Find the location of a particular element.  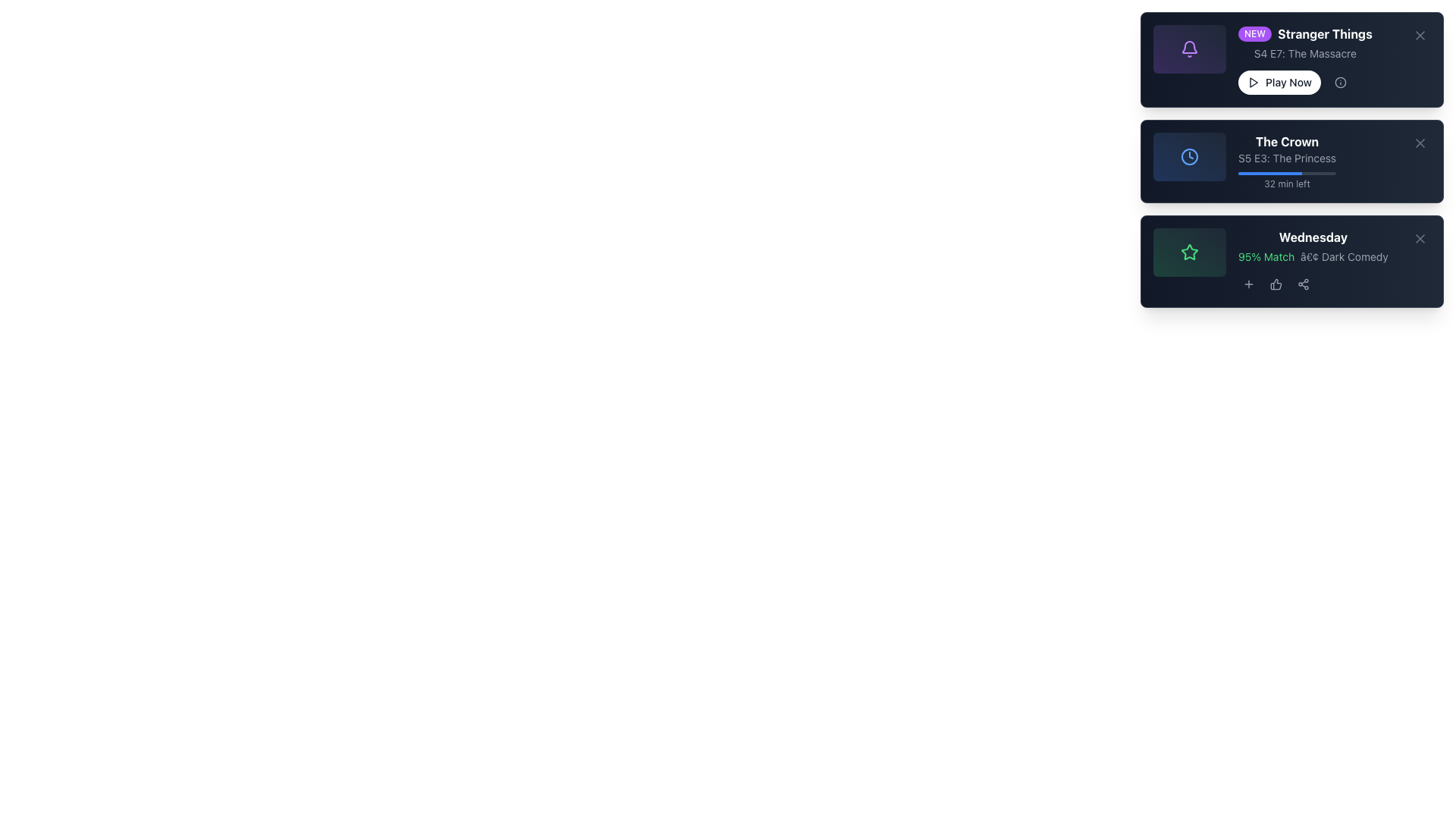

the grouped set of action buttons for the show 'Wednesday' located in the bottom-right section of the card is located at coordinates (1312, 284).